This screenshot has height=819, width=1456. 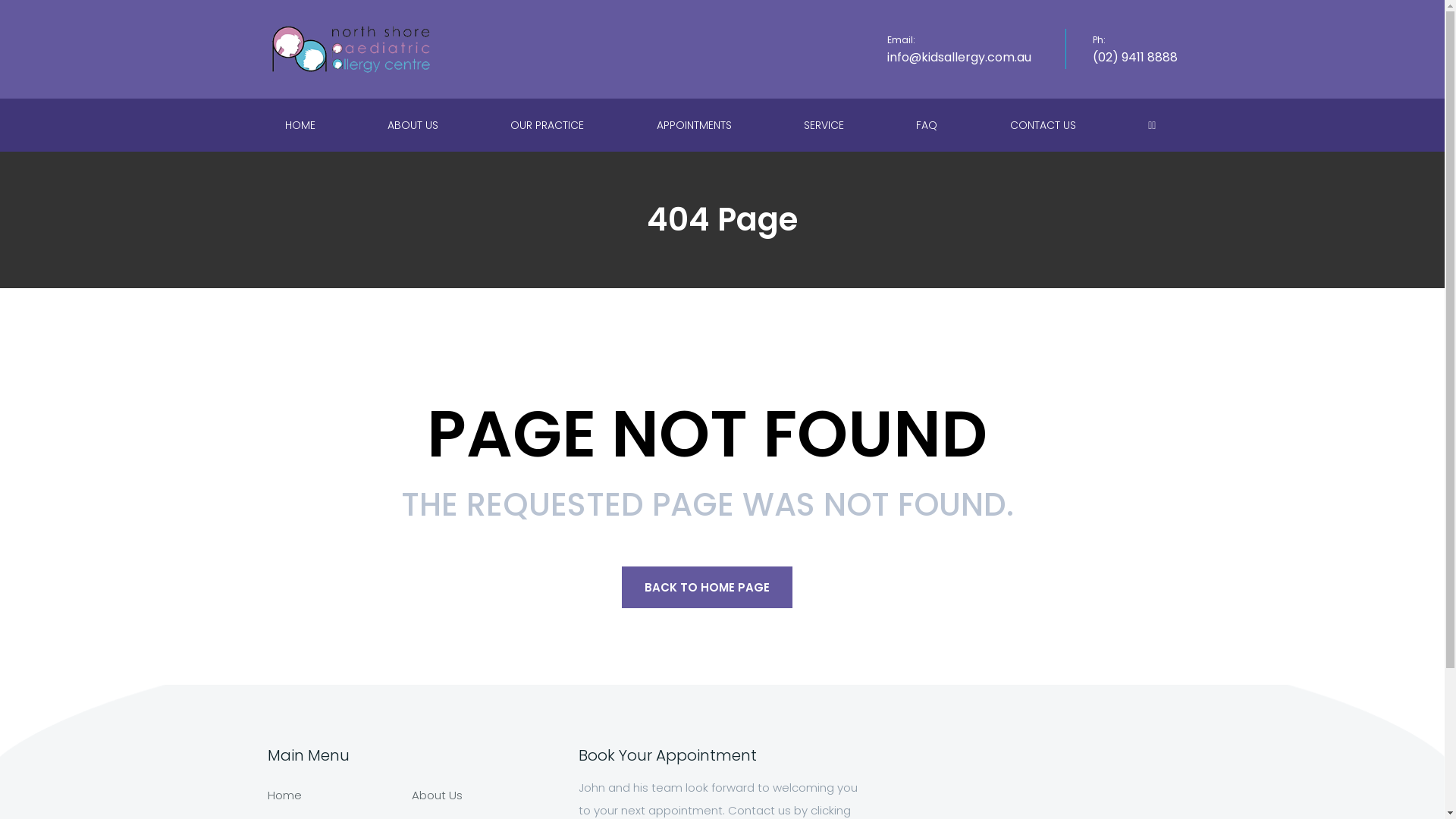 What do you see at coordinates (435, 794) in the screenshot?
I see `'About Us'` at bounding box center [435, 794].